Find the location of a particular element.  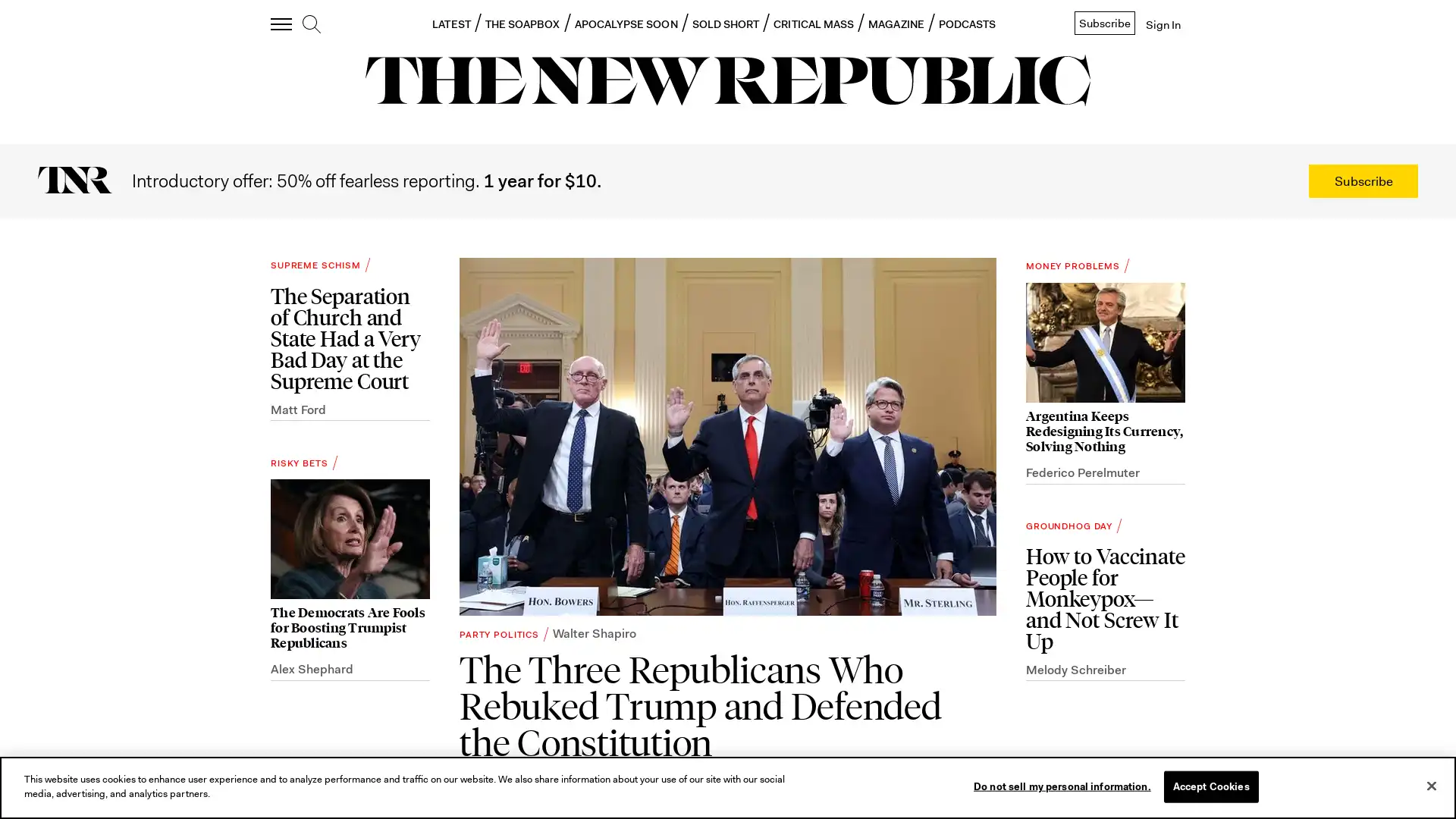

Subscribe is located at coordinates (1363, 180).